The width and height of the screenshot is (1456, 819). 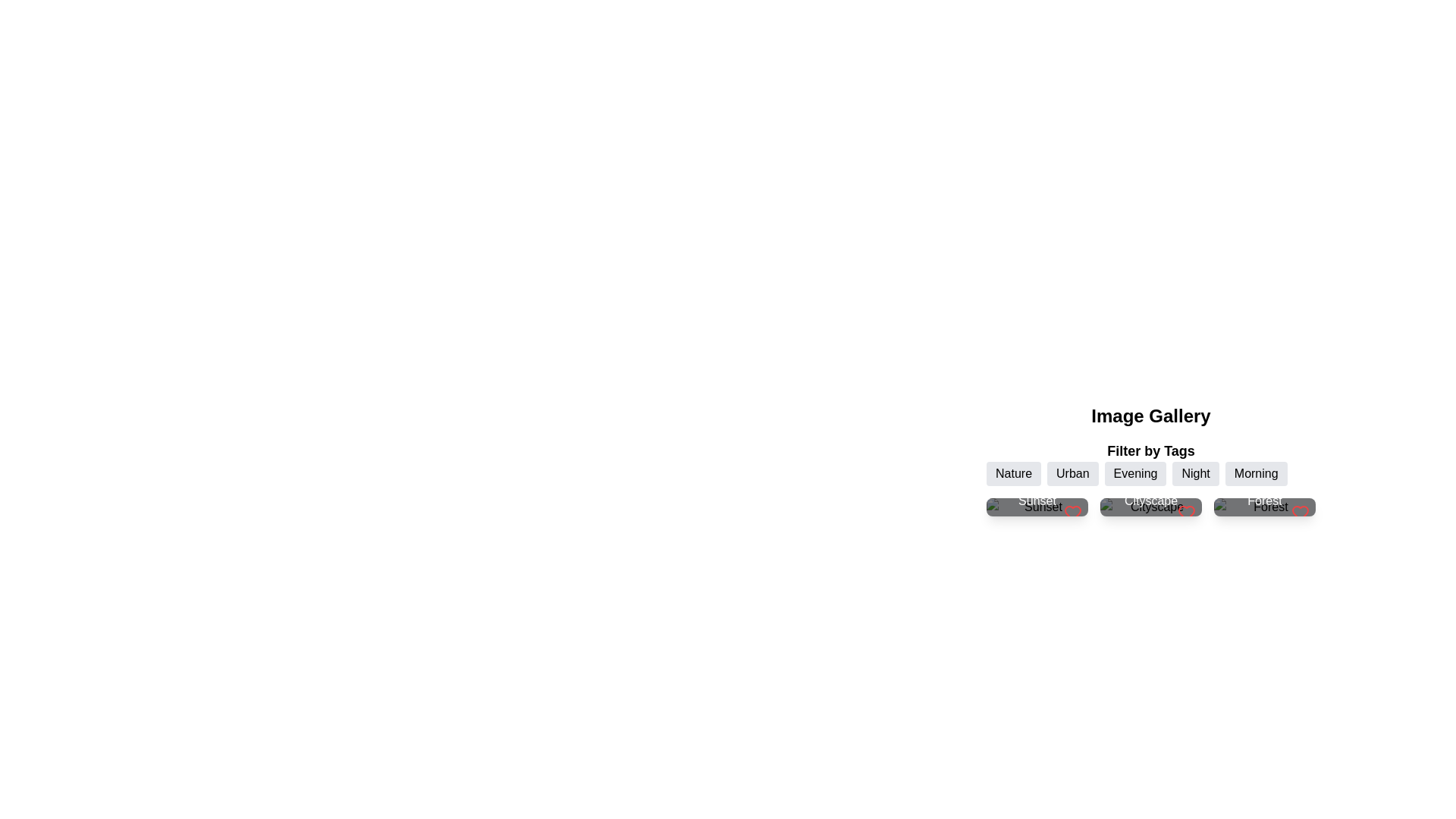 I want to click on the small, symmetrical red heart icon located on the card labeled 'Sunset' in the 'Image Gallery' section to potentially see a tooltip or interaction effect, so click(x=1072, y=513).